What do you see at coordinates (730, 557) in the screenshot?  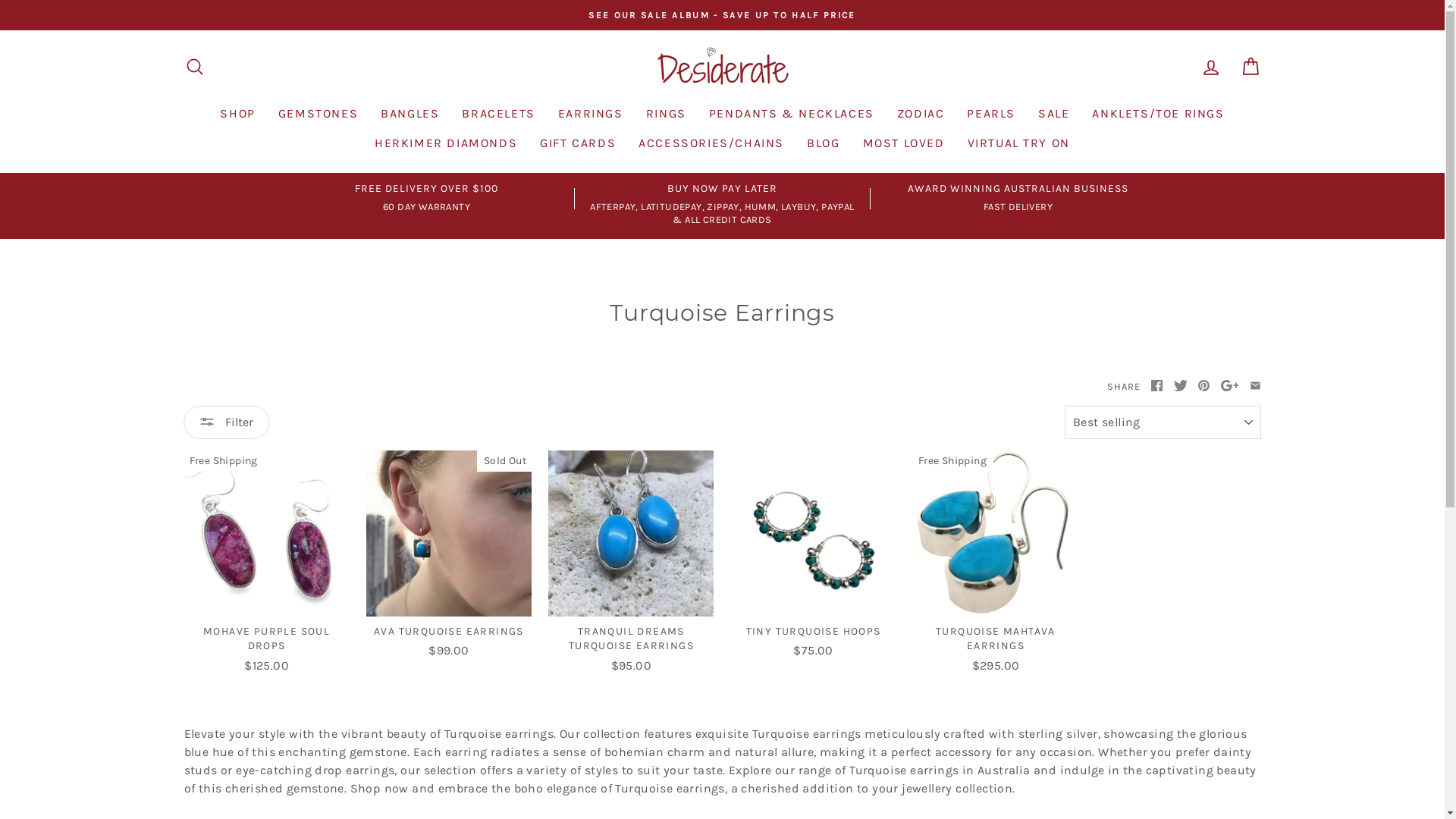 I see `'TINY TURQUOISE HOOPS` at bounding box center [730, 557].